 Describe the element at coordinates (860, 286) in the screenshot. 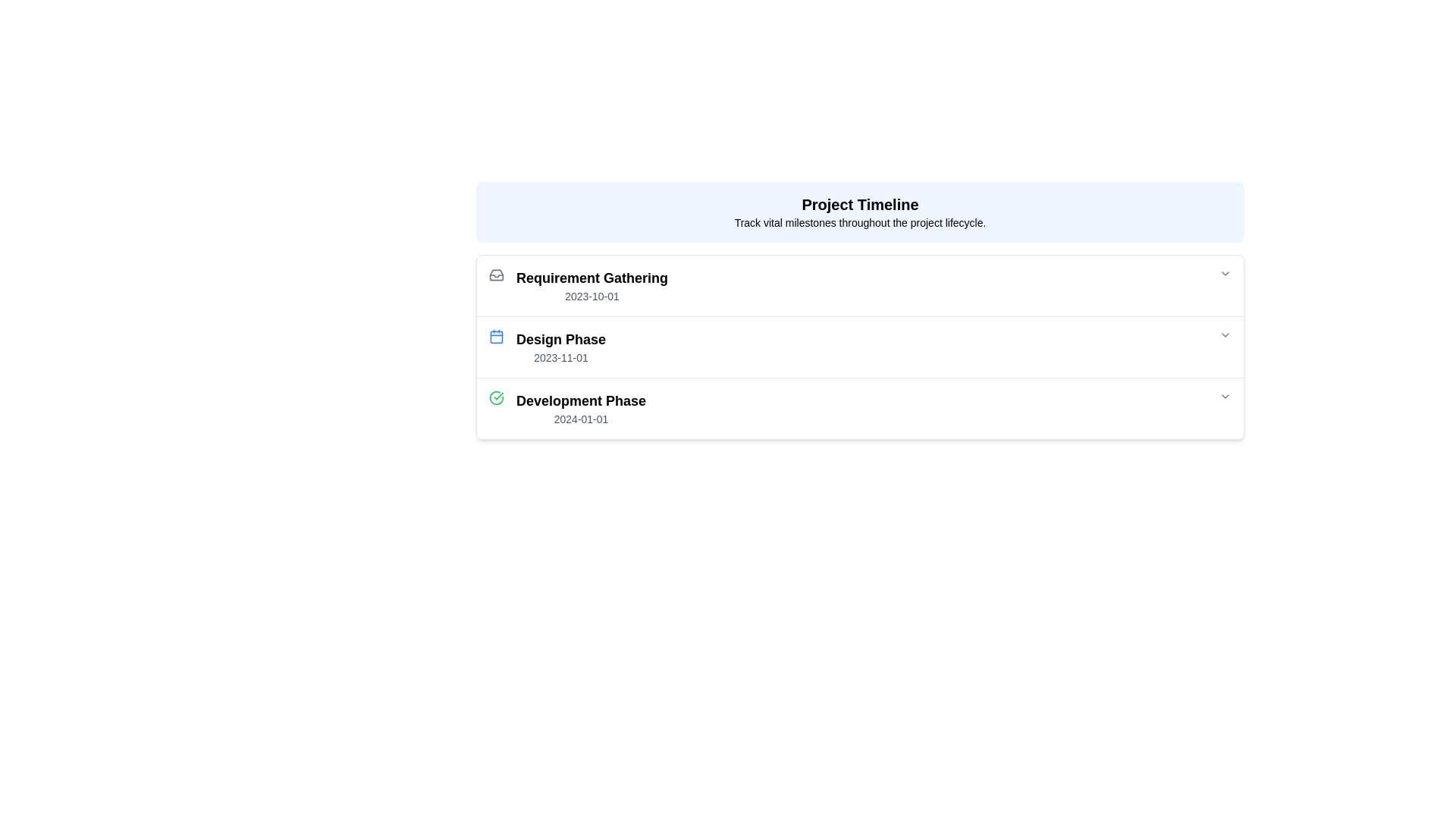

I see `the List Item with the bold title 'Requirement Gathering'` at that location.